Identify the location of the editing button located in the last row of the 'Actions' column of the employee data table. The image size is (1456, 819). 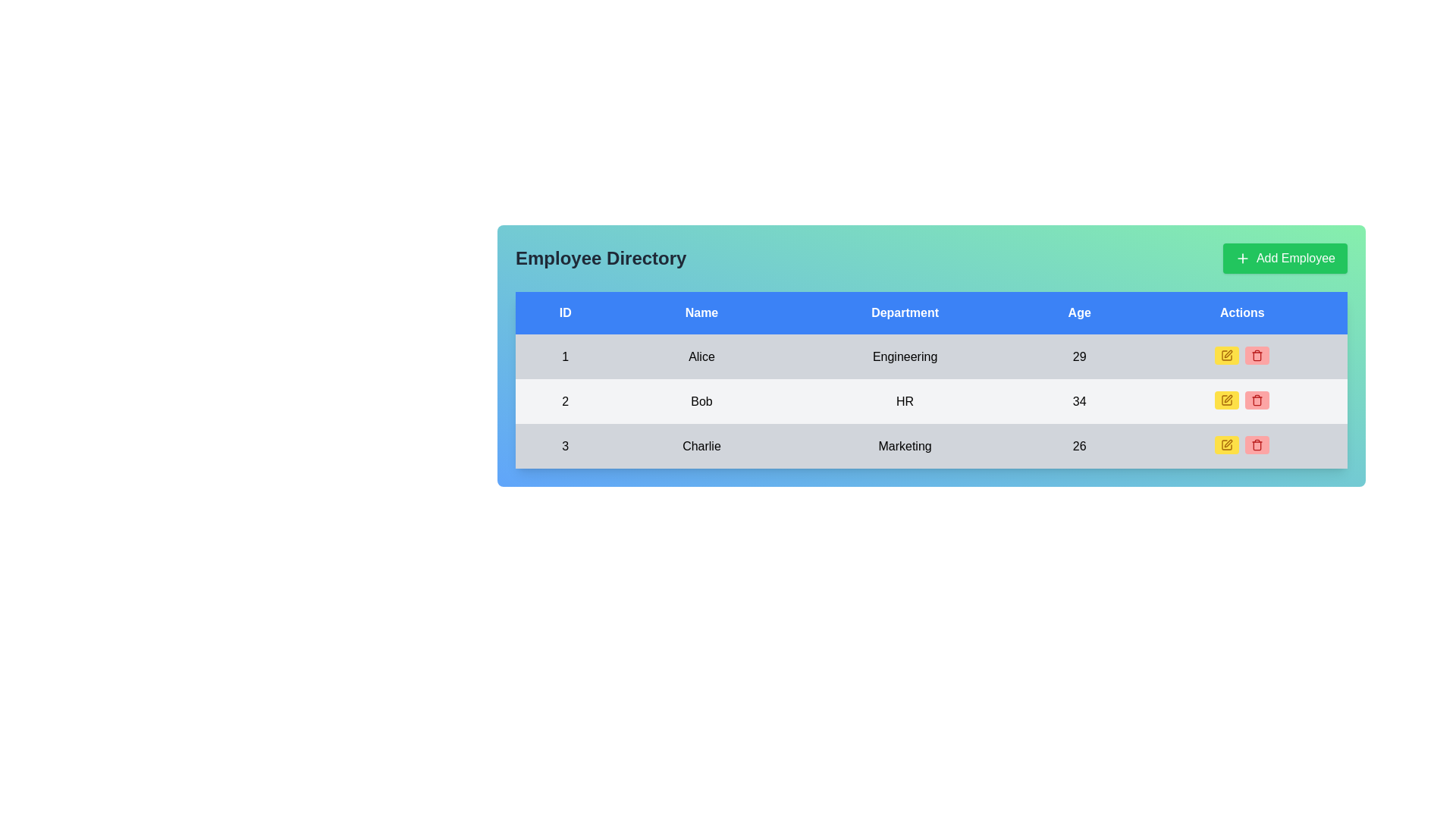
(1227, 444).